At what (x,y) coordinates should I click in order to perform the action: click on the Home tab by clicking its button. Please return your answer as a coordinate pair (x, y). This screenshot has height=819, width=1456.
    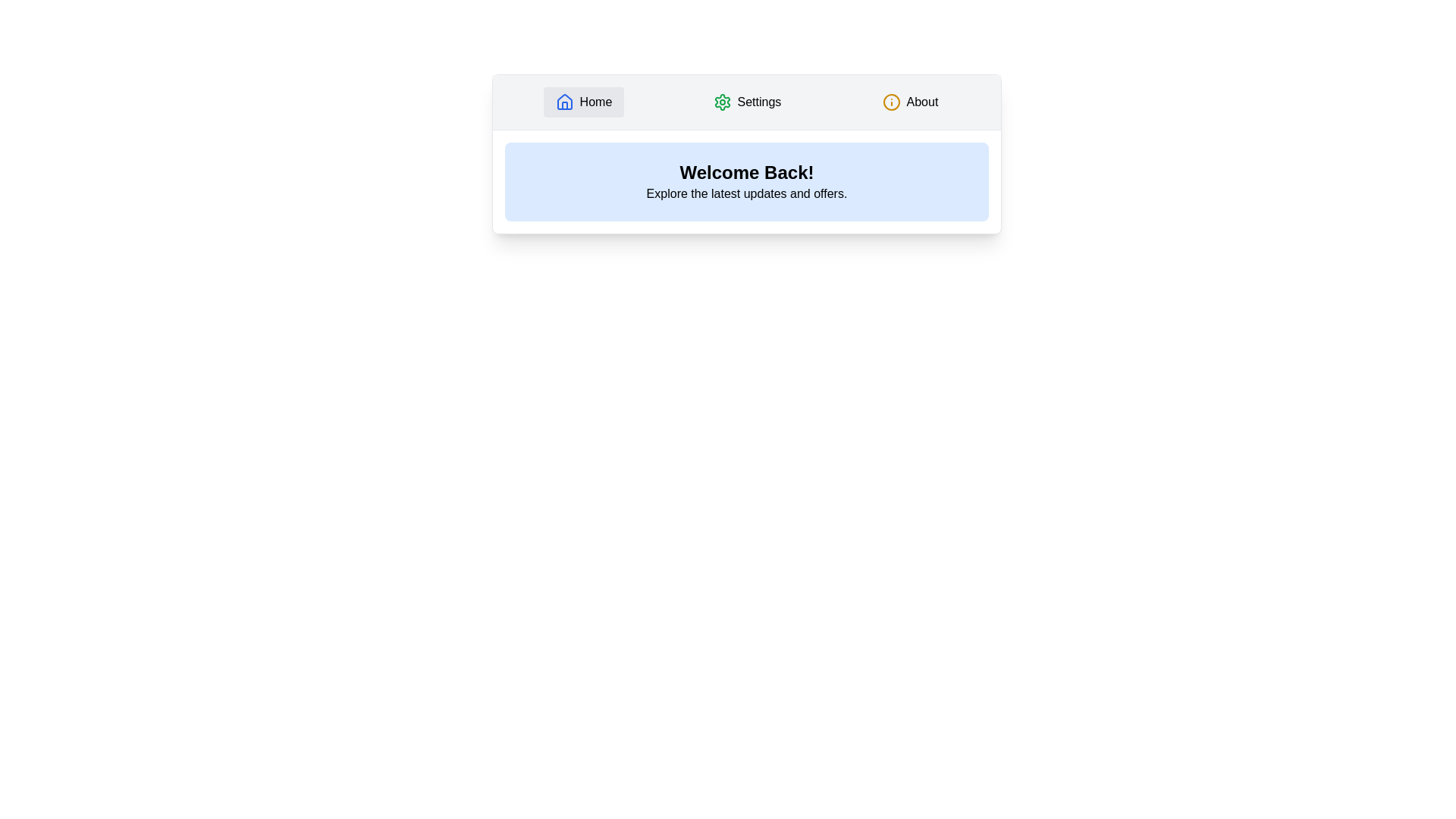
    Looking at the image, I should click on (582, 102).